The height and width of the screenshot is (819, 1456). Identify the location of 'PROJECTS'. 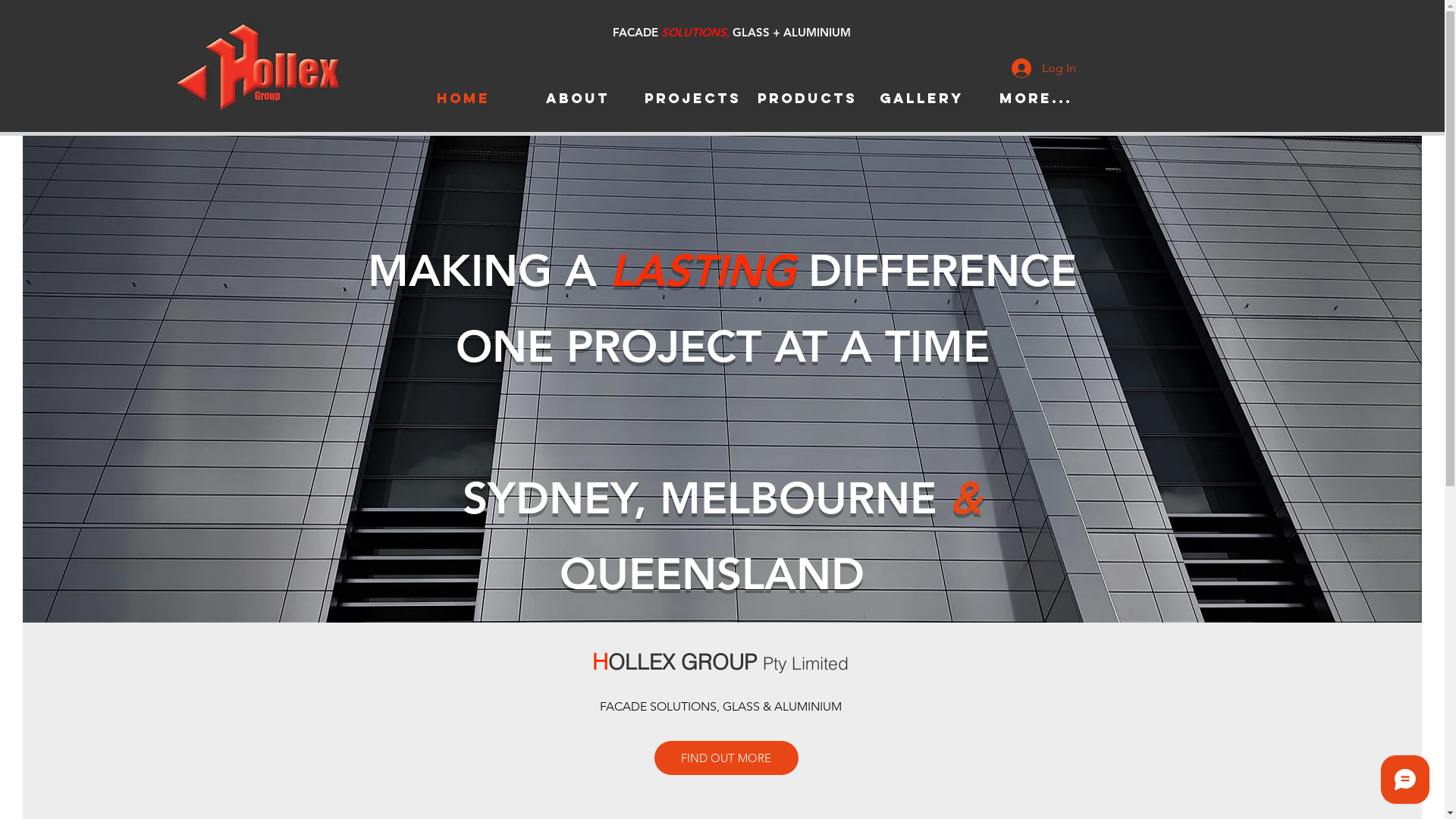
(692, 99).